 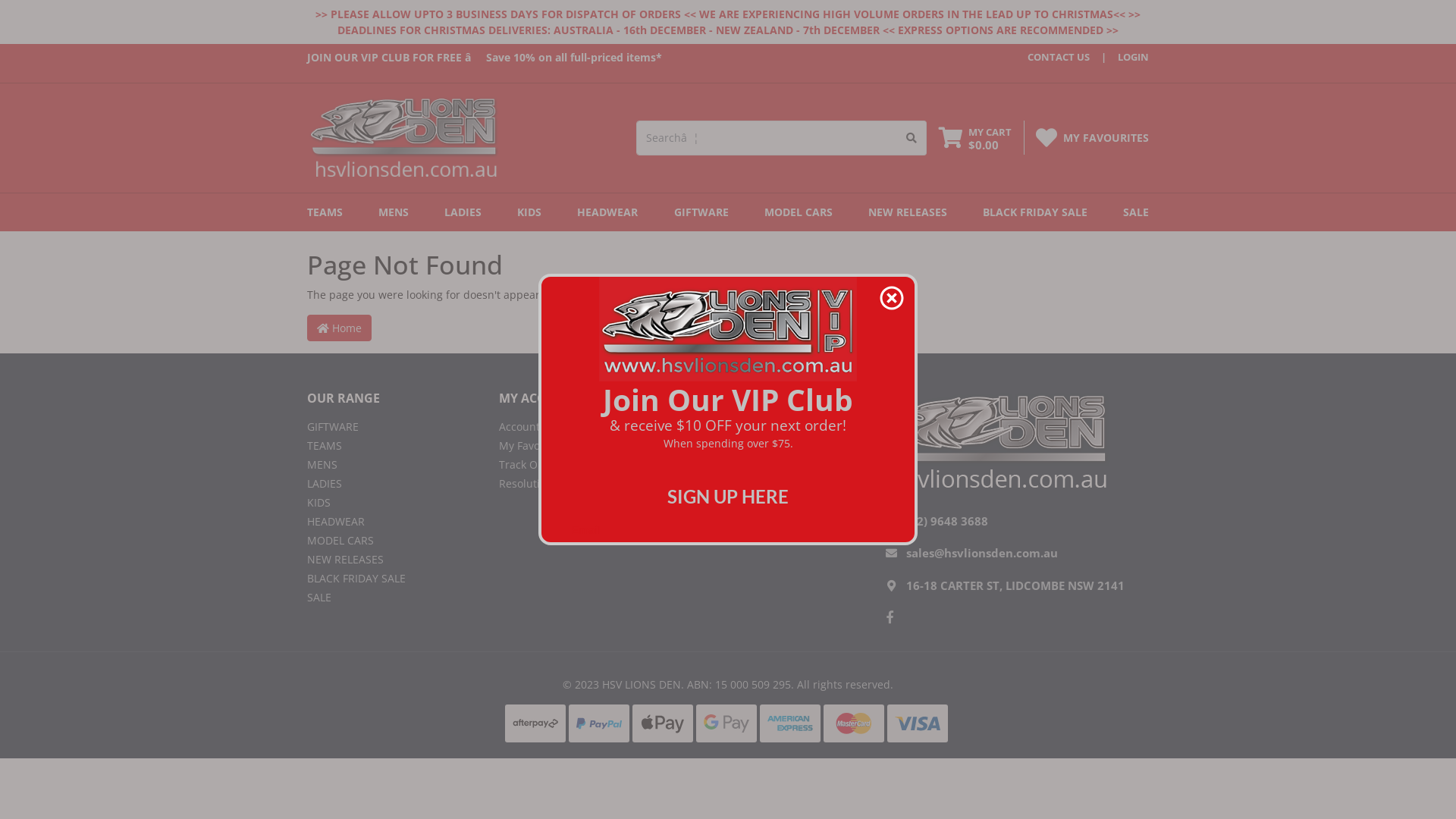 I want to click on 'HEADWEAR', so click(x=391, y=520).